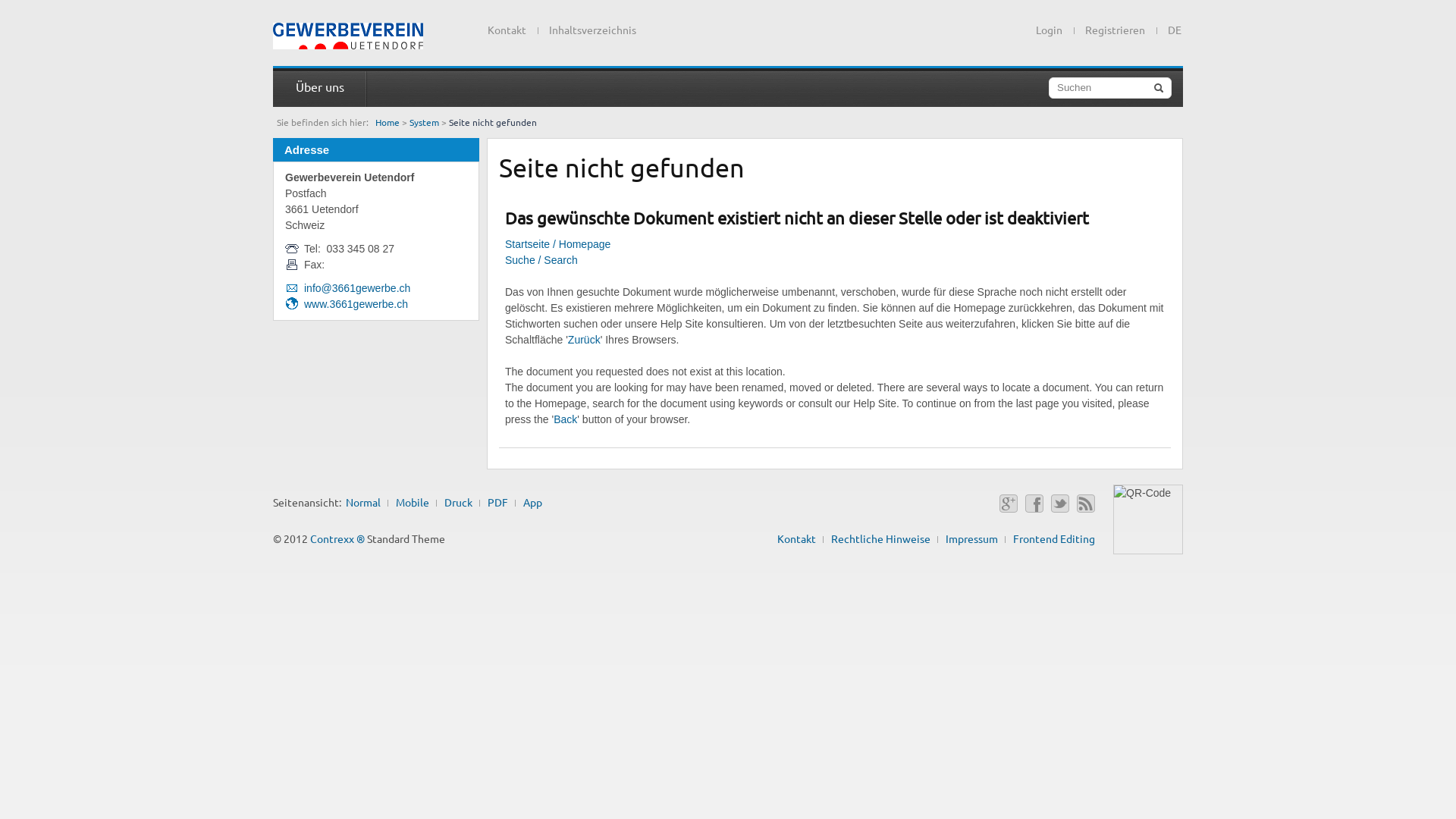 This screenshot has width=1456, height=819. Describe the element at coordinates (362, 502) in the screenshot. I see `'Normal'` at that location.